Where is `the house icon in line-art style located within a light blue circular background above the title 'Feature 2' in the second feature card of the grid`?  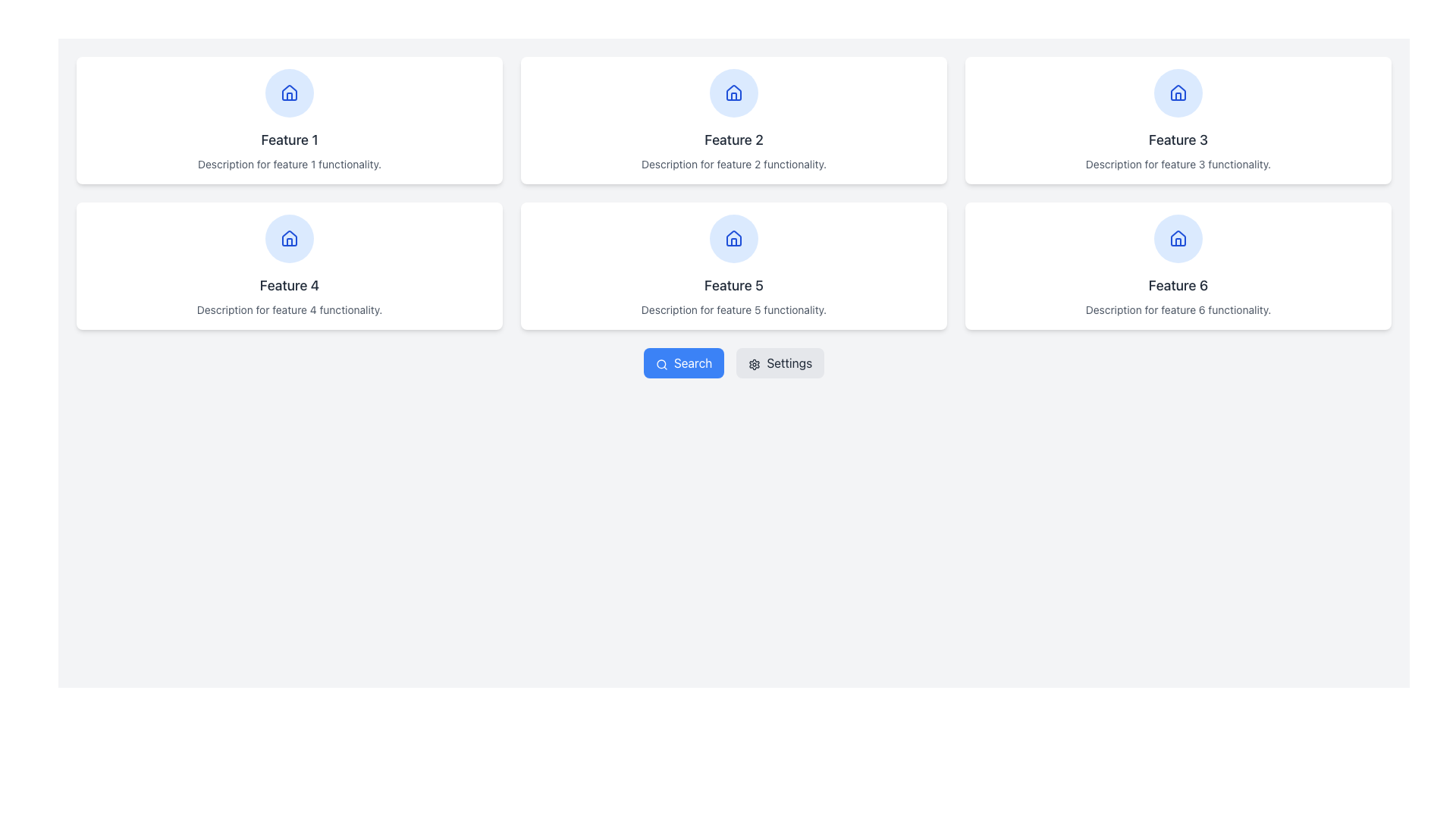
the house icon in line-art style located within a light blue circular background above the title 'Feature 2' in the second feature card of the grid is located at coordinates (734, 93).